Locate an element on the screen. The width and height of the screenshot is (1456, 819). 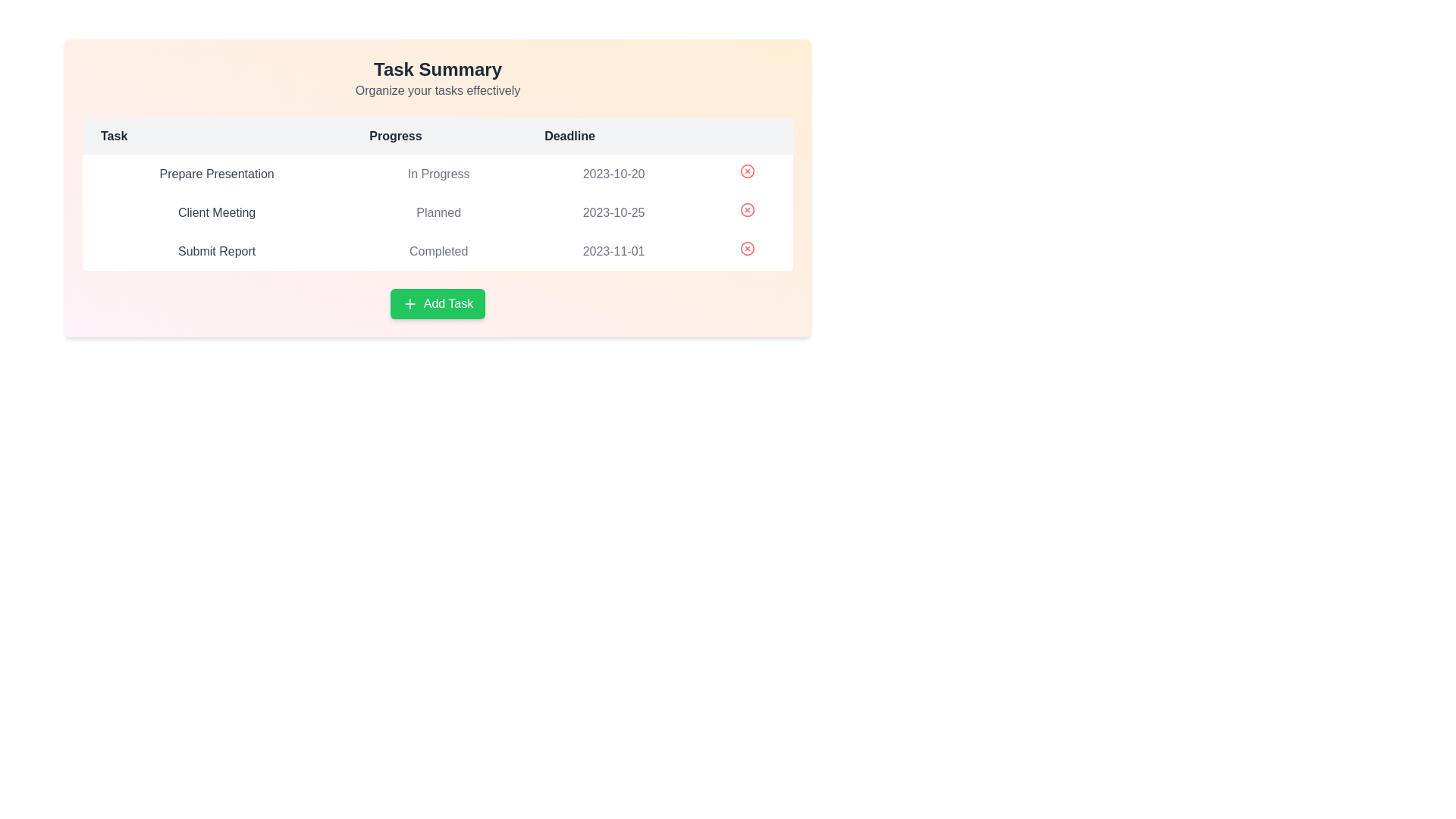
the task row corresponding to Client Meeting is located at coordinates (437, 212).